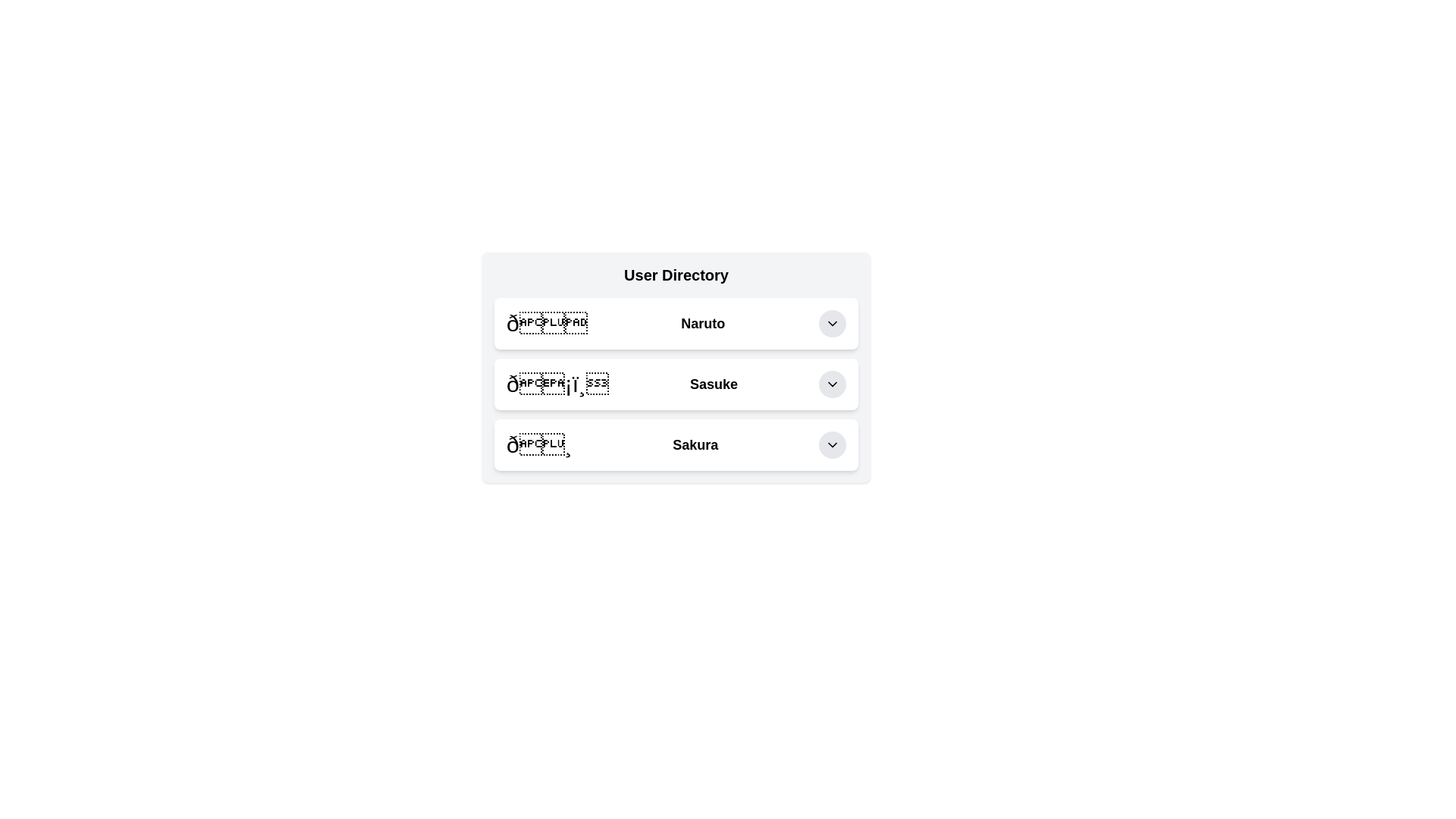 Image resolution: width=1456 pixels, height=819 pixels. Describe the element at coordinates (832, 383) in the screenshot. I see `the small, circular button with a light gray background and a chevron-down icon, located on the rightmost side of the row containing the text 'Sasuke' in the 'User Directory' list` at that location.